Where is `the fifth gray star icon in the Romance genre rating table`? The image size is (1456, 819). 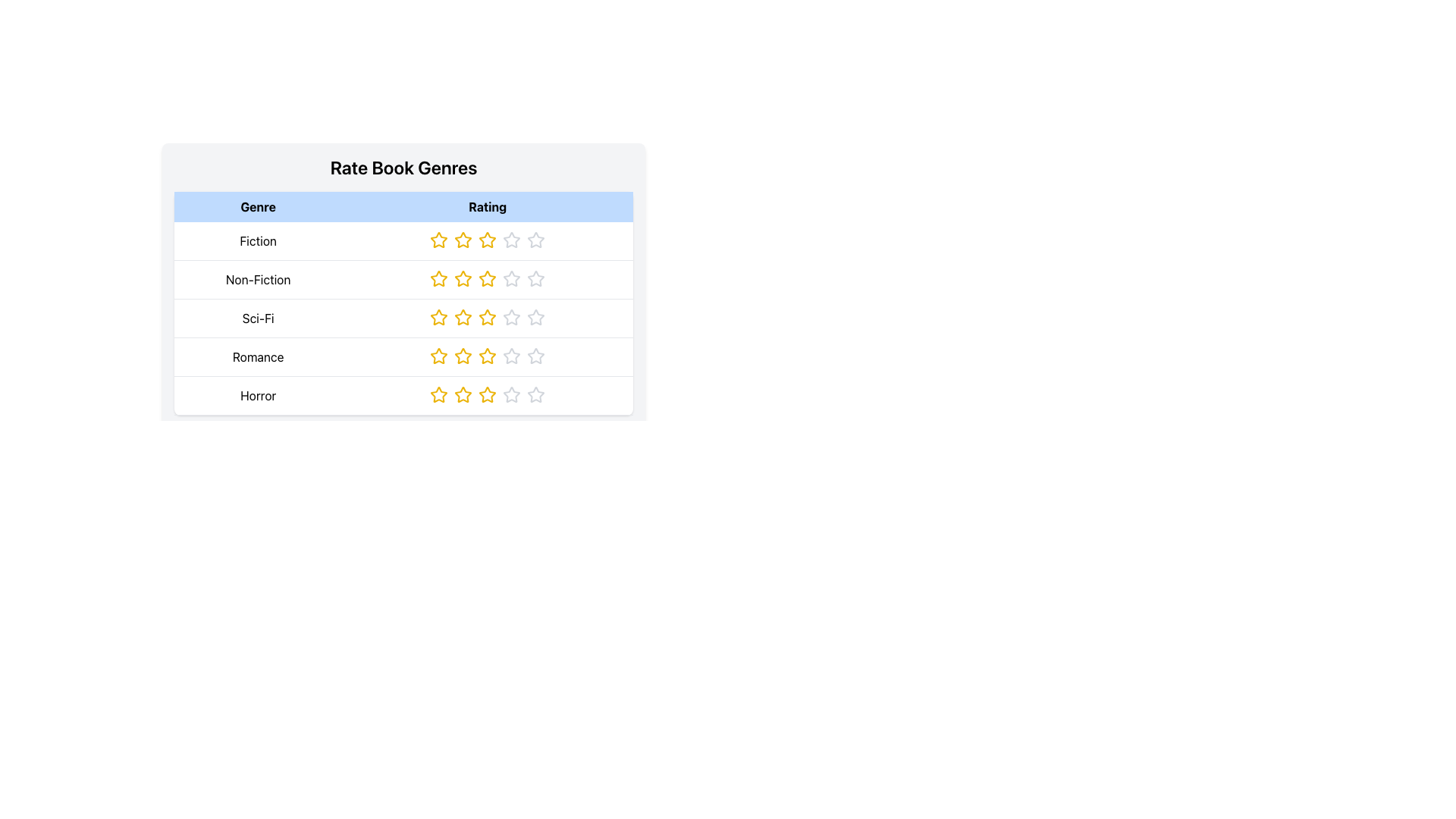 the fifth gray star icon in the Romance genre rating table is located at coordinates (536, 356).